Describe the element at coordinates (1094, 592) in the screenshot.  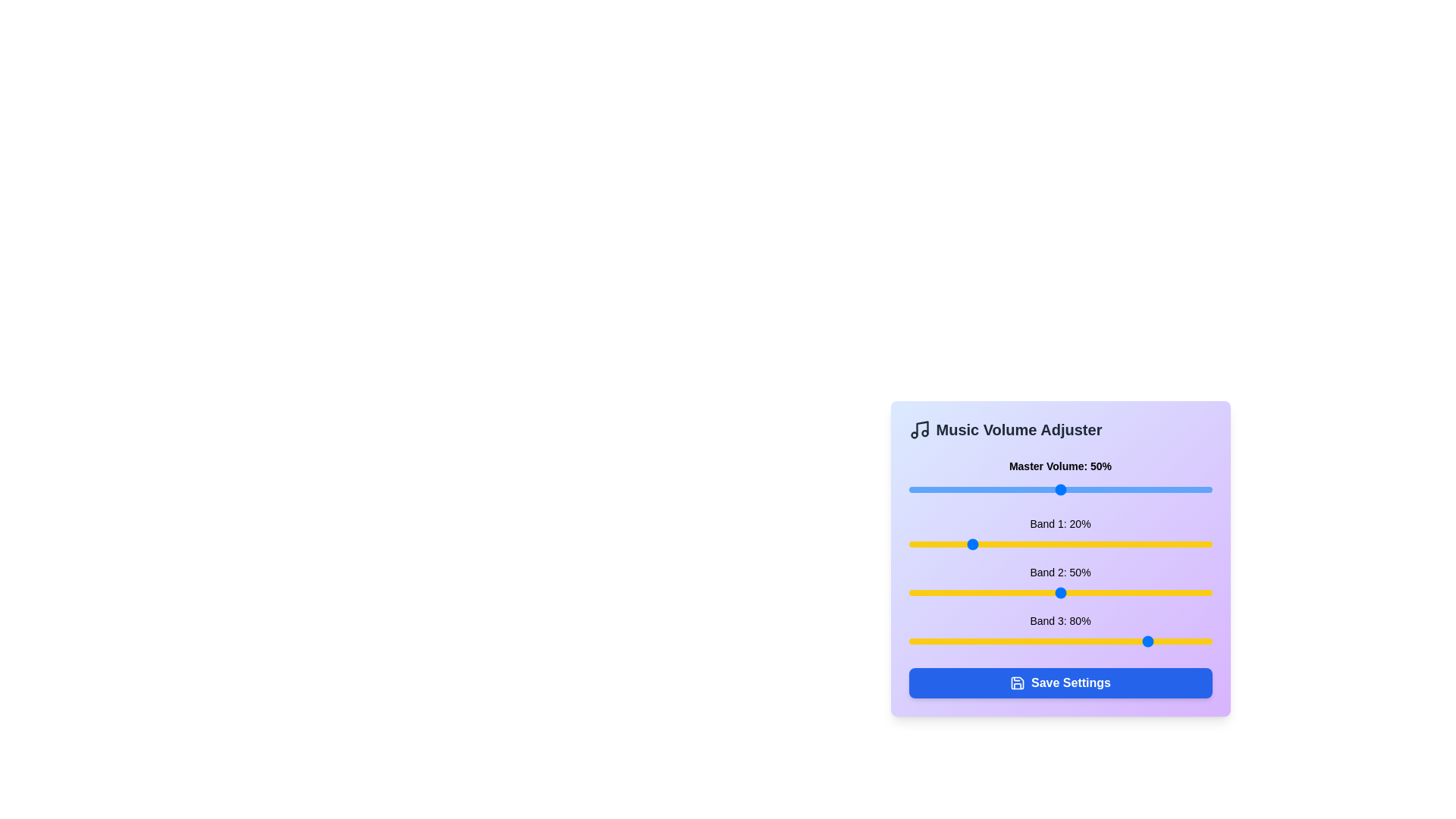
I see `'Band 2' value` at that location.